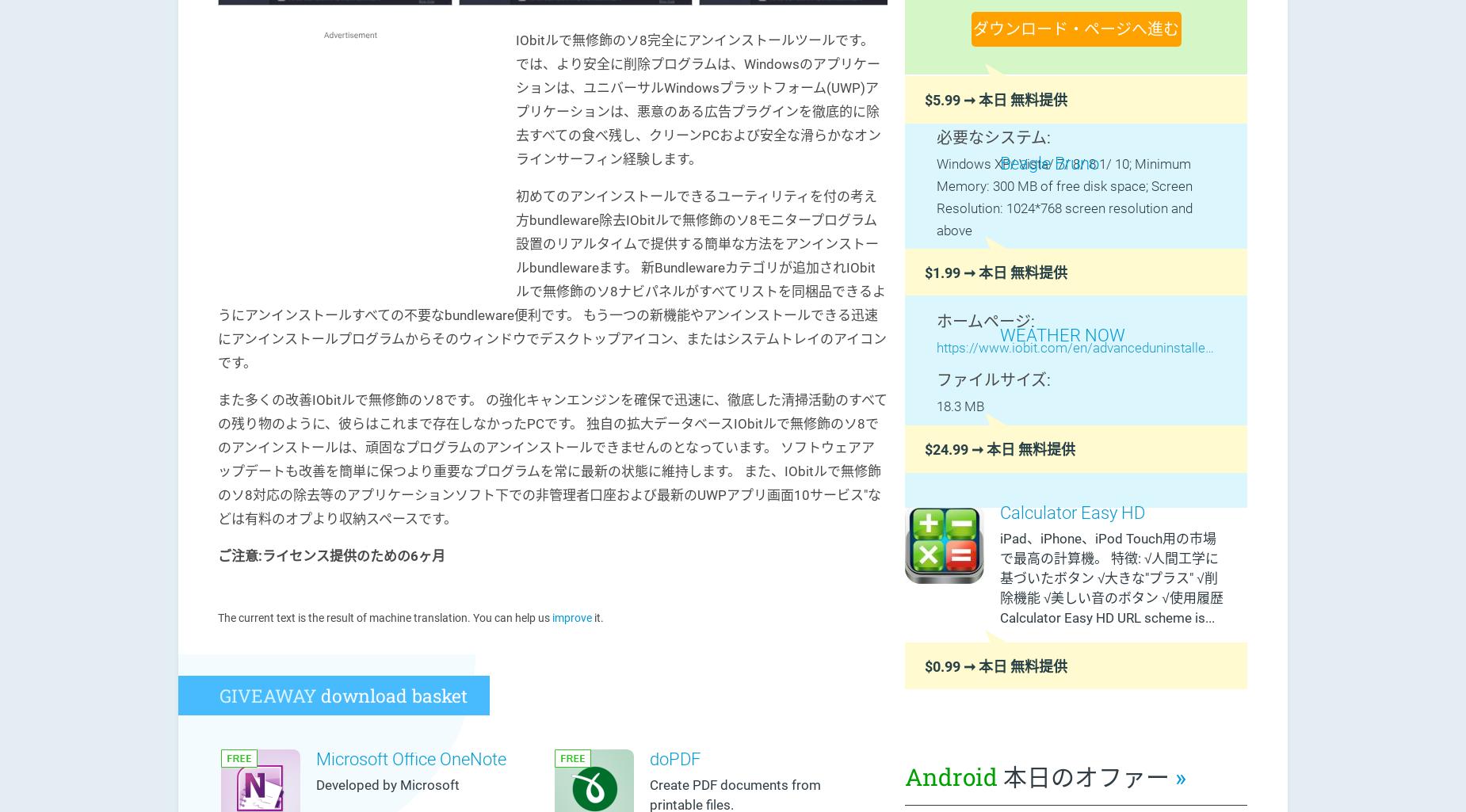 This screenshot has height=812, width=1466. Describe the element at coordinates (955, 465) in the screenshot. I see `'$19.99'` at that location.